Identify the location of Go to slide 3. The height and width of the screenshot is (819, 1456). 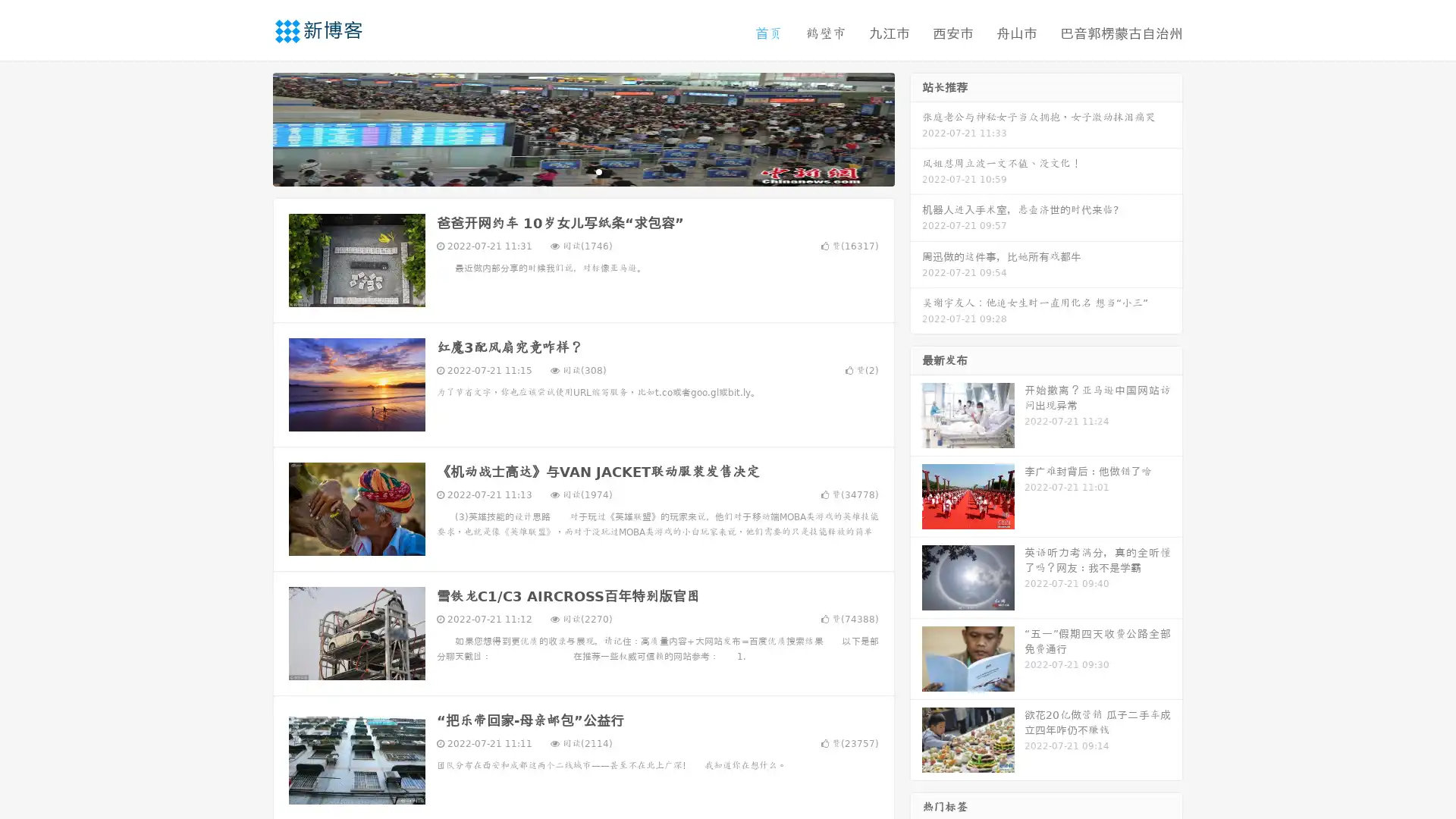
(598, 171).